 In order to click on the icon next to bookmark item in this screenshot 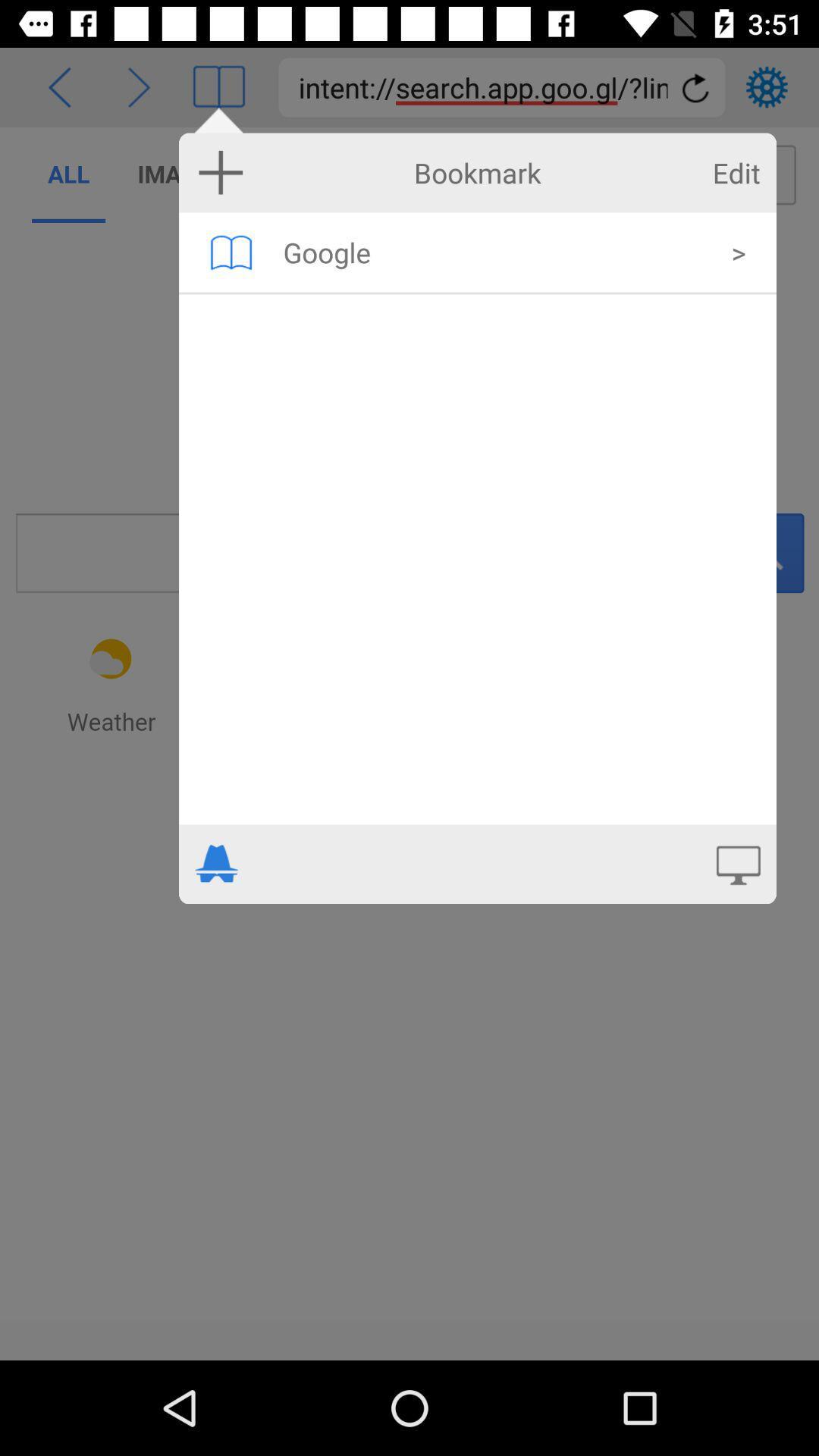, I will do `click(736, 173)`.